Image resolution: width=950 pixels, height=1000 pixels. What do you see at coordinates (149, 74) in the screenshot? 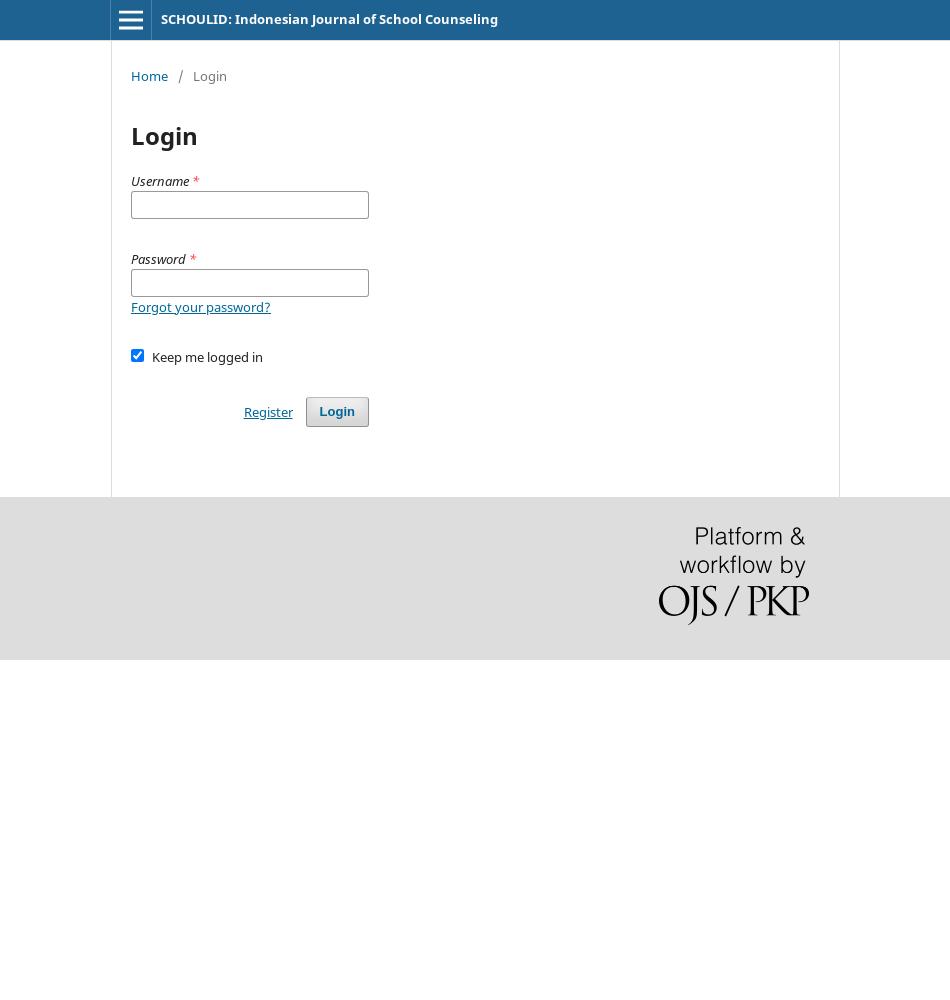
I see `'Home'` at bounding box center [149, 74].